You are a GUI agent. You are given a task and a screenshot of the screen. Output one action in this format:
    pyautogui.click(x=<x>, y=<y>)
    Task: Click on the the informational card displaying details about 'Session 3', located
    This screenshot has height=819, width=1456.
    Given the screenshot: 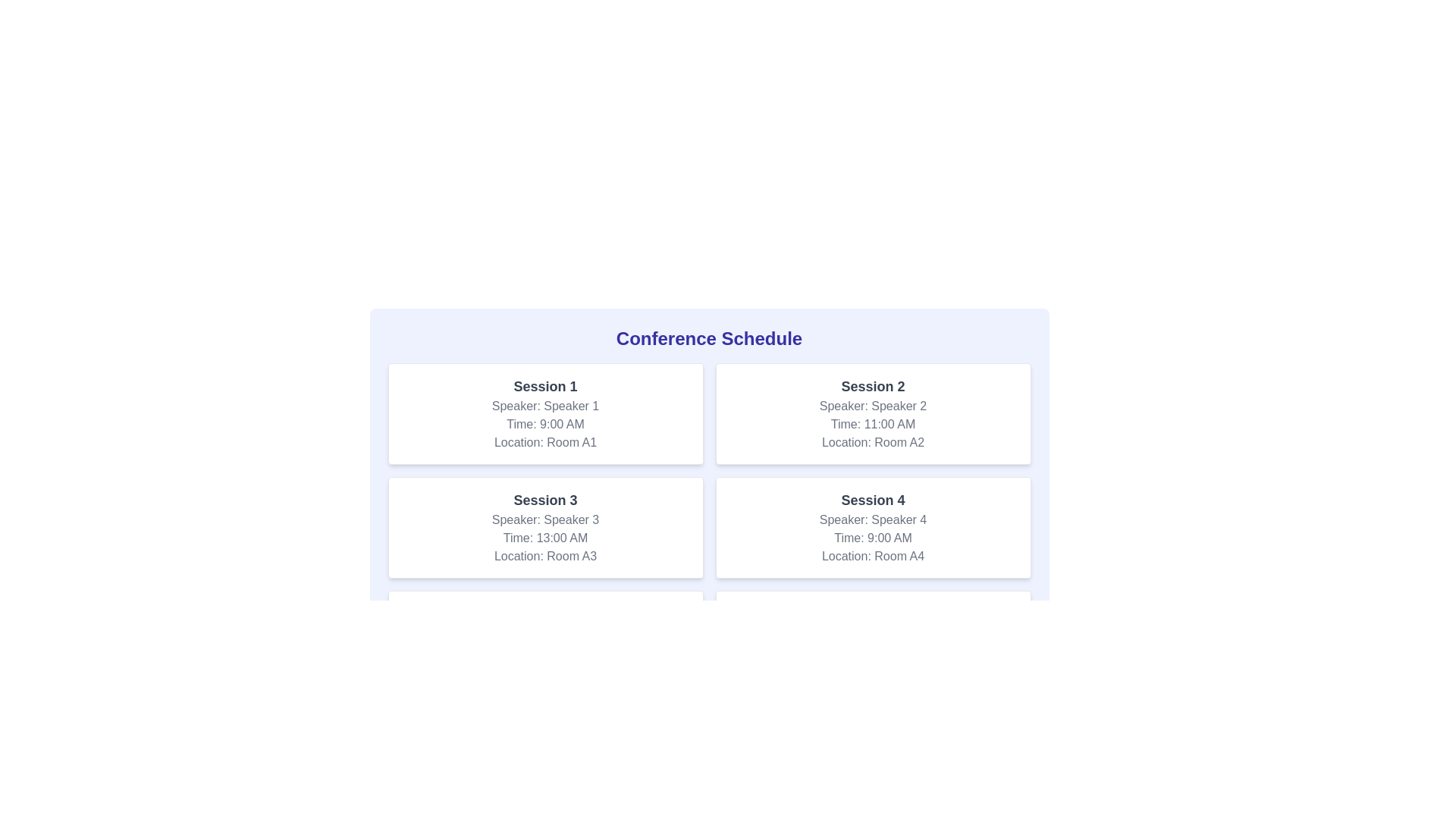 What is the action you would take?
    pyautogui.click(x=545, y=526)
    